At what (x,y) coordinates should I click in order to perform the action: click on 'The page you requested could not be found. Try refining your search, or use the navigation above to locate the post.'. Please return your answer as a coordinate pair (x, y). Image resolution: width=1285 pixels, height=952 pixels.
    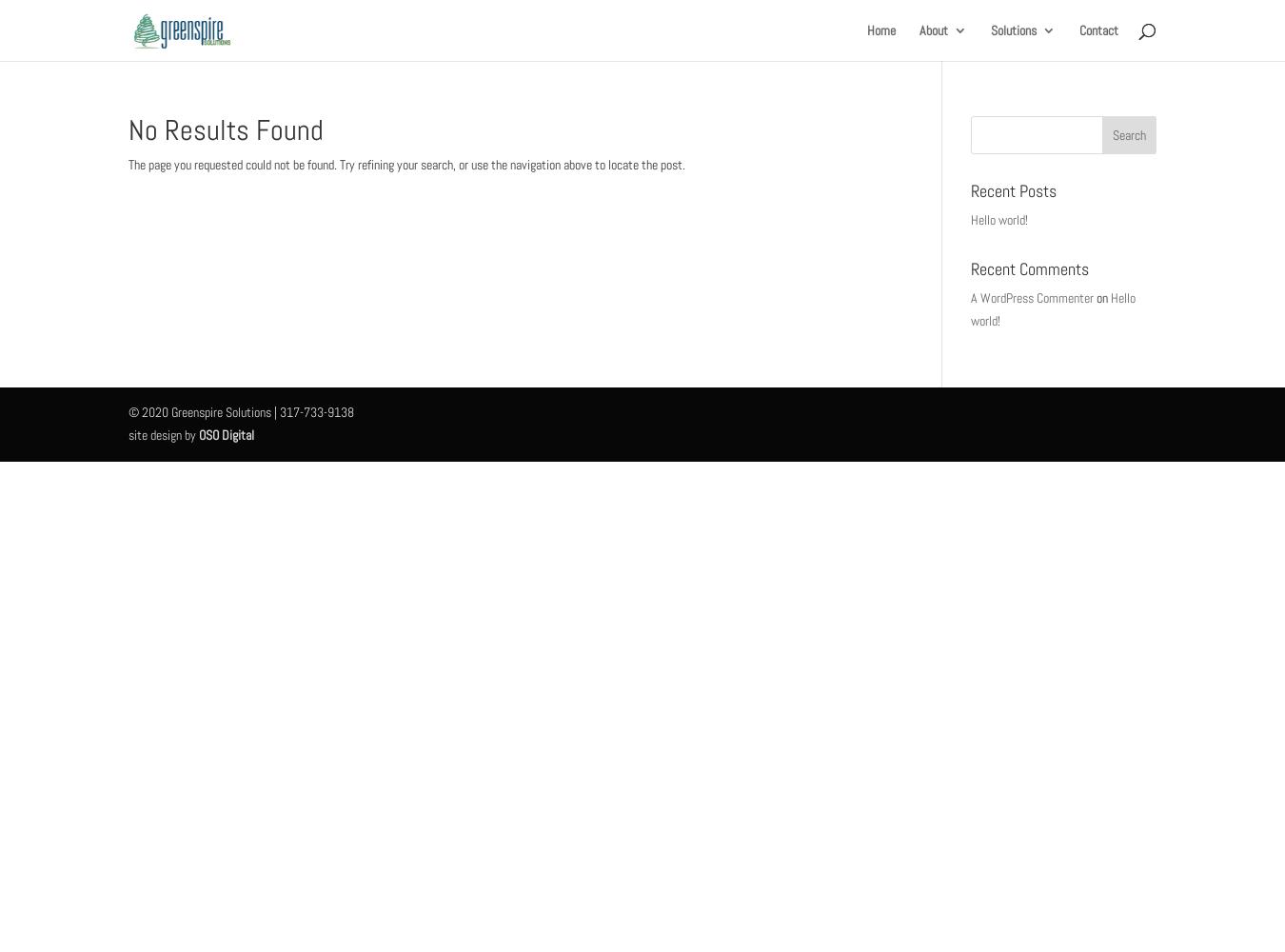
    Looking at the image, I should click on (406, 165).